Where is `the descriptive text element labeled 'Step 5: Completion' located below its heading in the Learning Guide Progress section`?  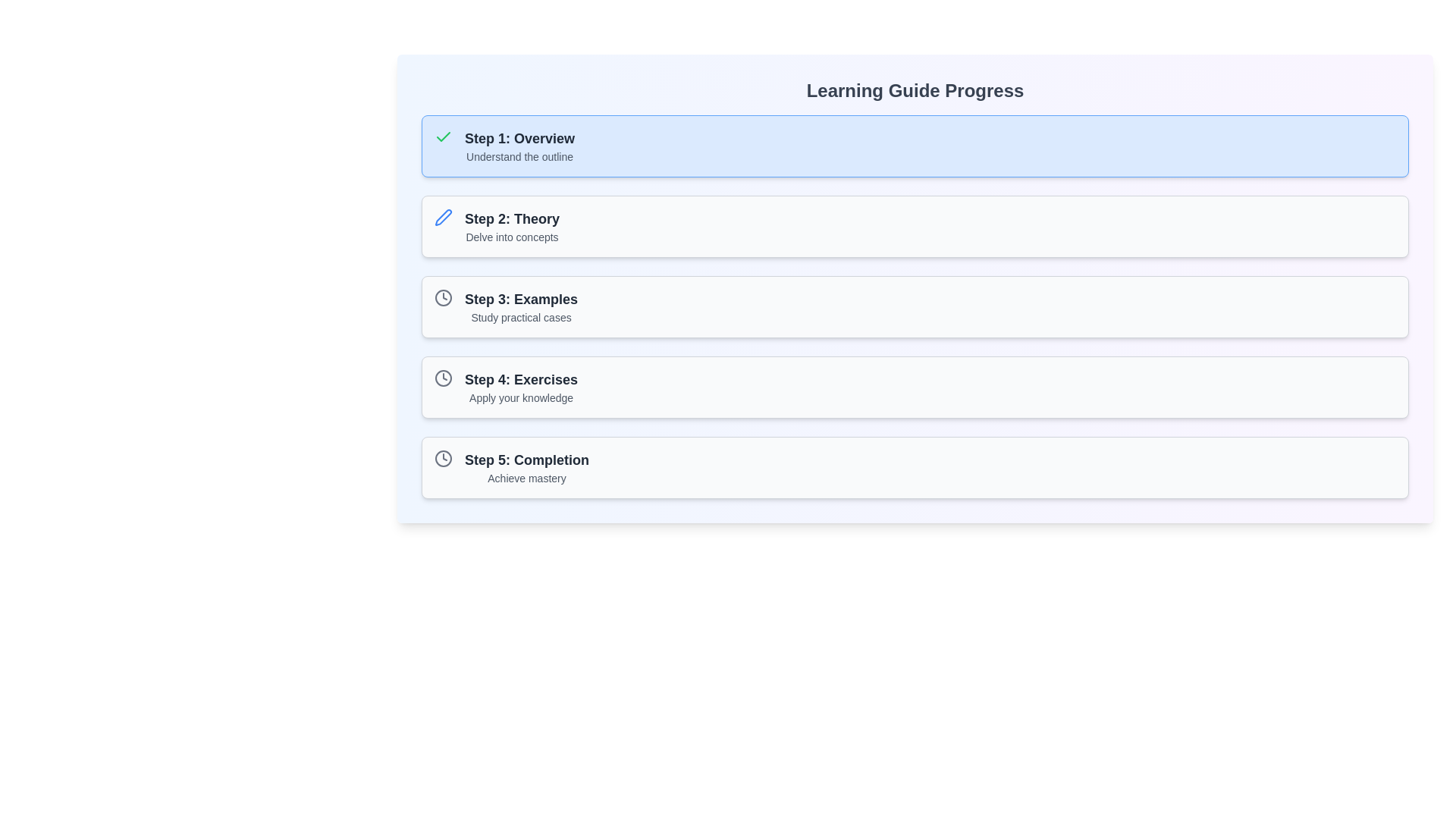
the descriptive text element labeled 'Step 5: Completion' located below its heading in the Learning Guide Progress section is located at coordinates (527, 479).